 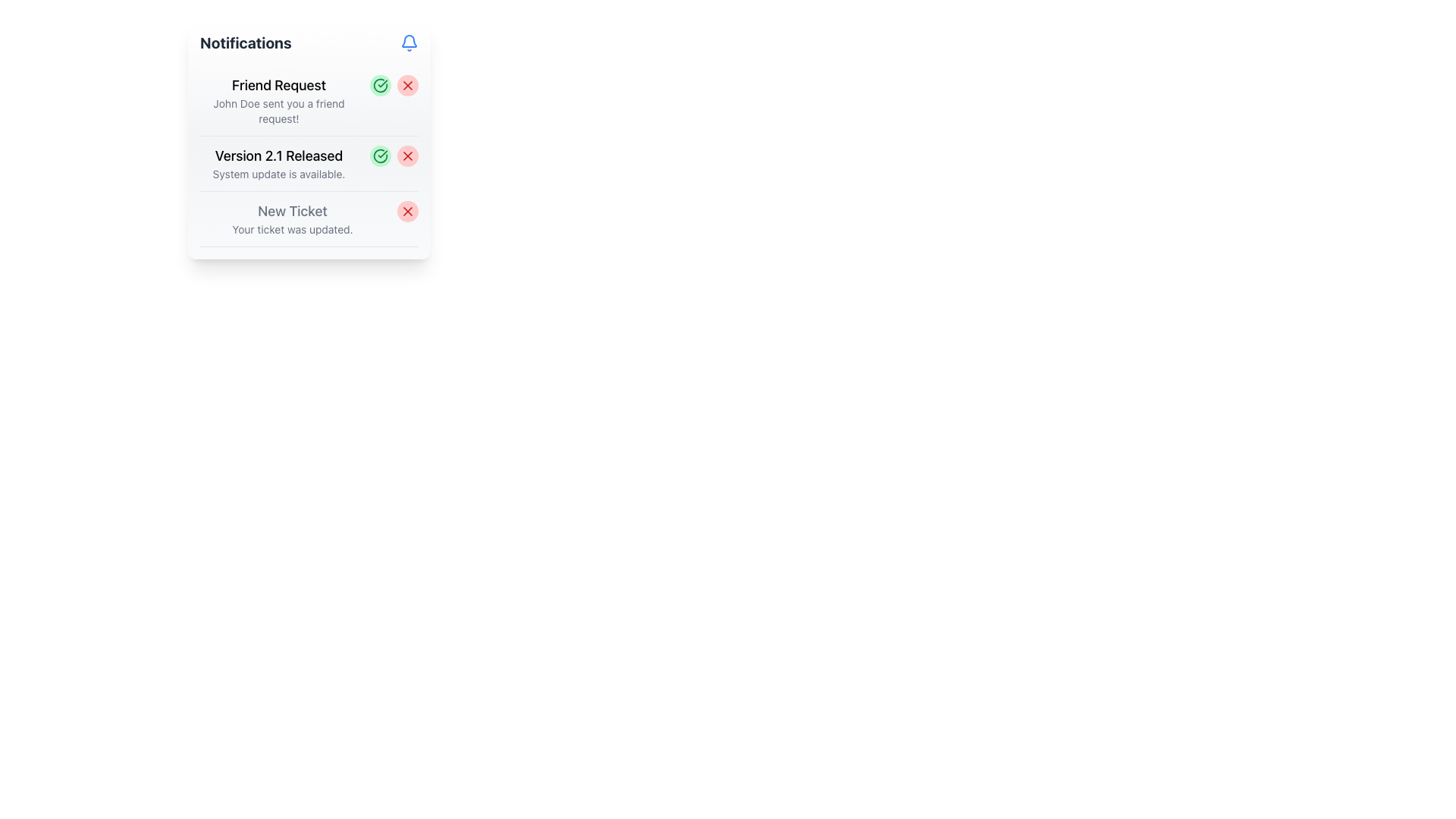 I want to click on the notification icon located at the top right of the notifications section, adjacent to the 'Notifications' heading, so click(x=409, y=42).